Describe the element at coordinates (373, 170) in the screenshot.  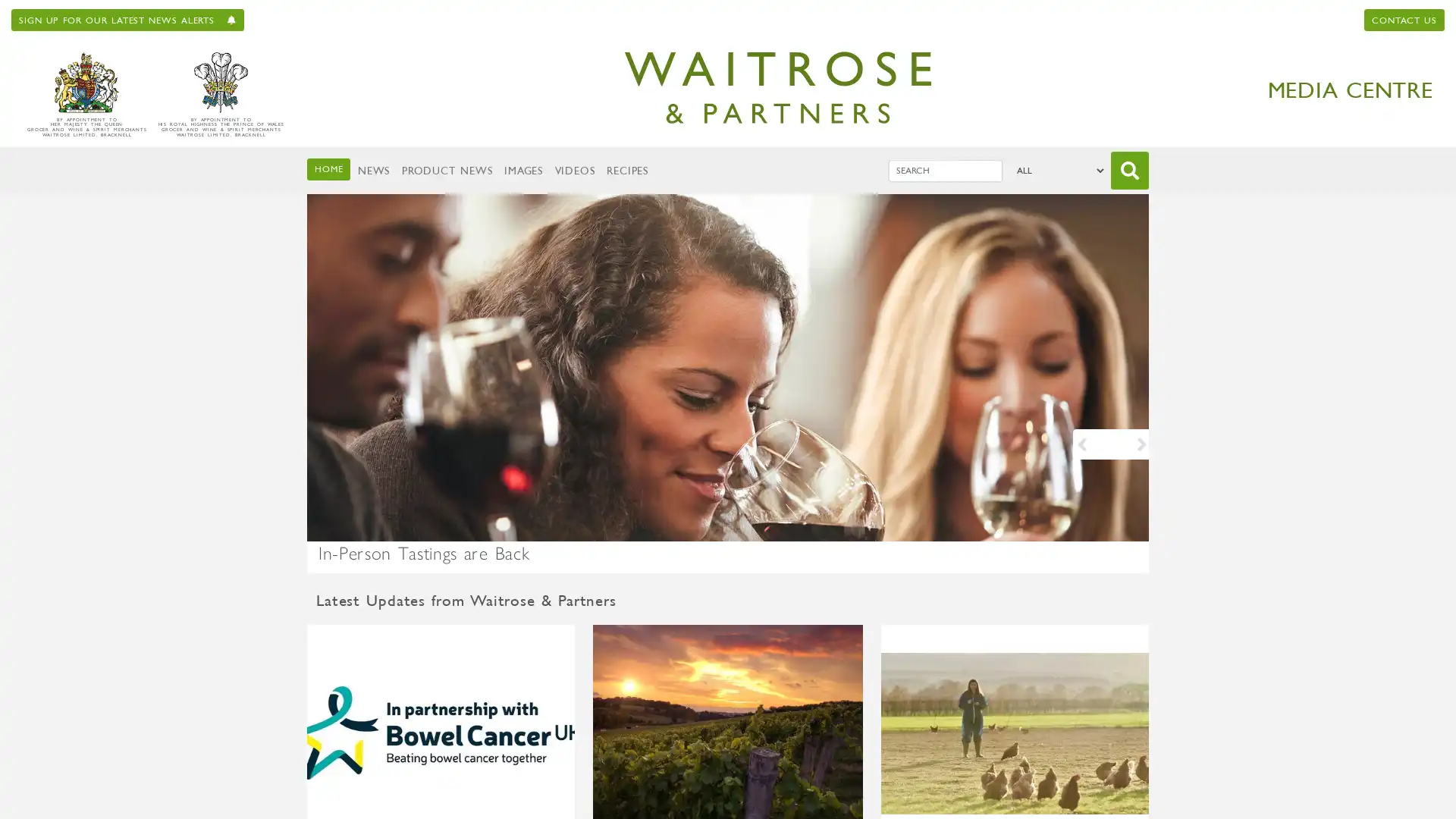
I see `NEWS` at that location.